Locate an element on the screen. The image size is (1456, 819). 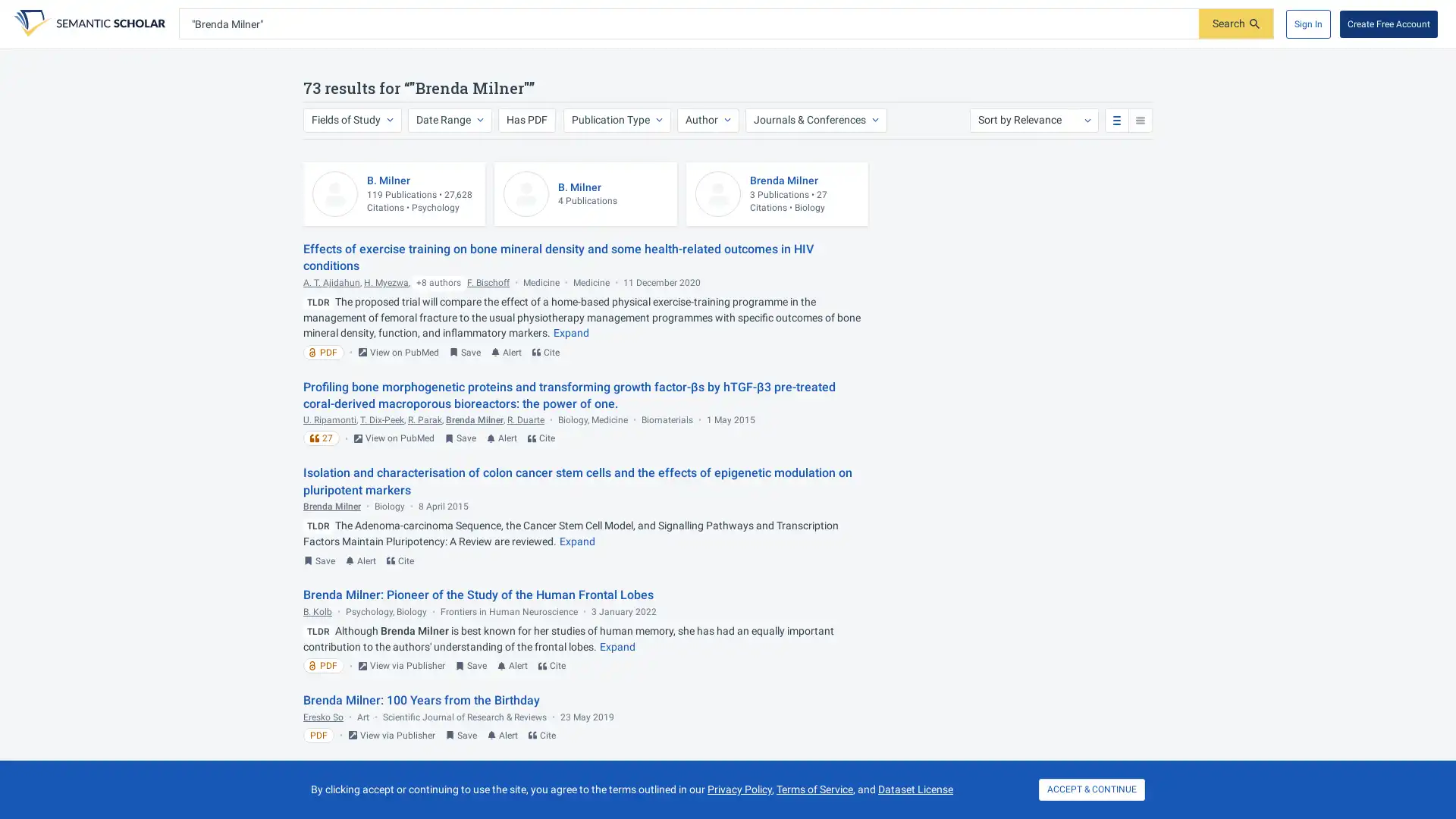
ACCEPT & CONTINUE is located at coordinates (1092, 789).